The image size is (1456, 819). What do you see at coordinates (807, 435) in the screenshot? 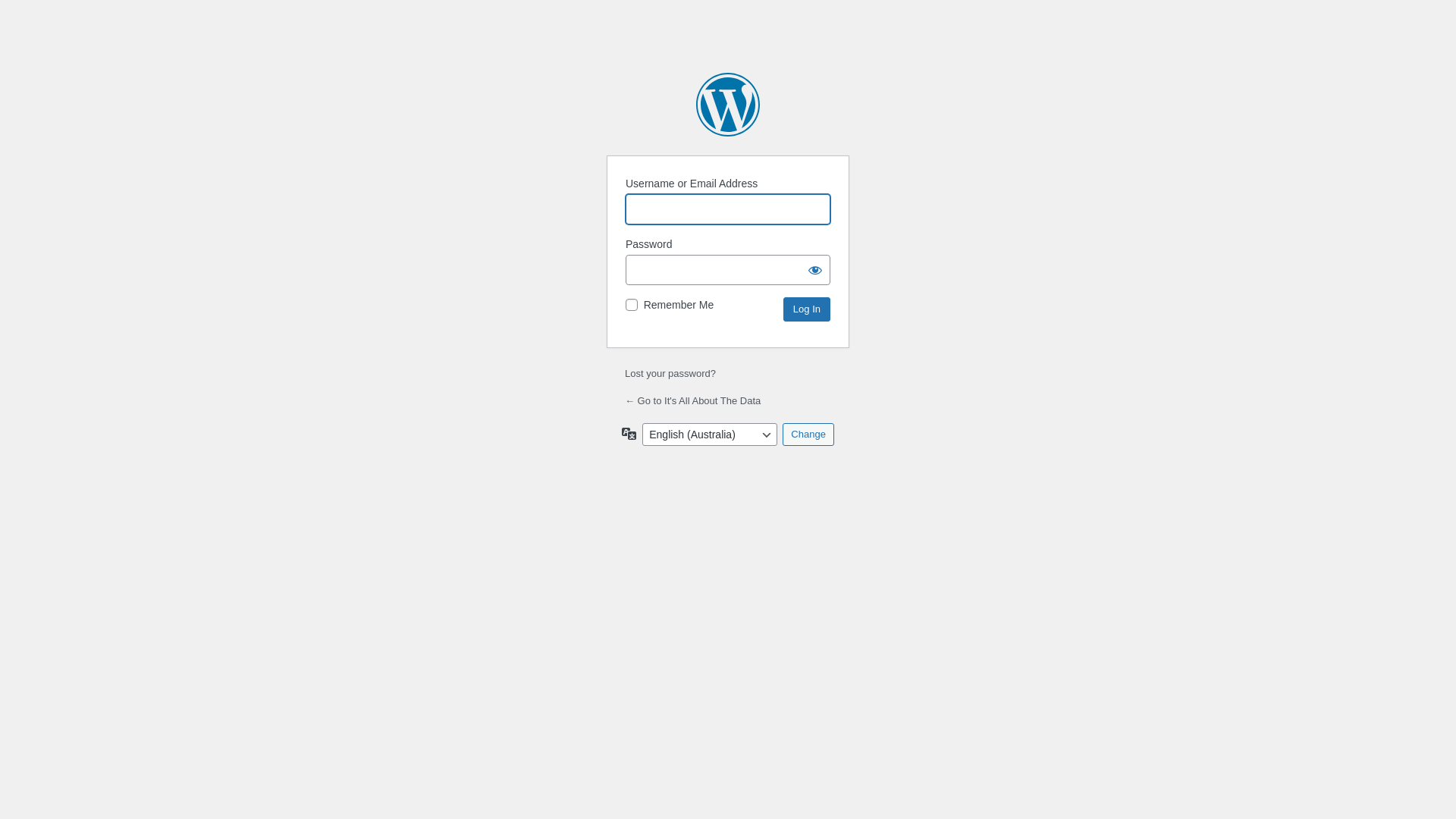
I see `'Change'` at bounding box center [807, 435].